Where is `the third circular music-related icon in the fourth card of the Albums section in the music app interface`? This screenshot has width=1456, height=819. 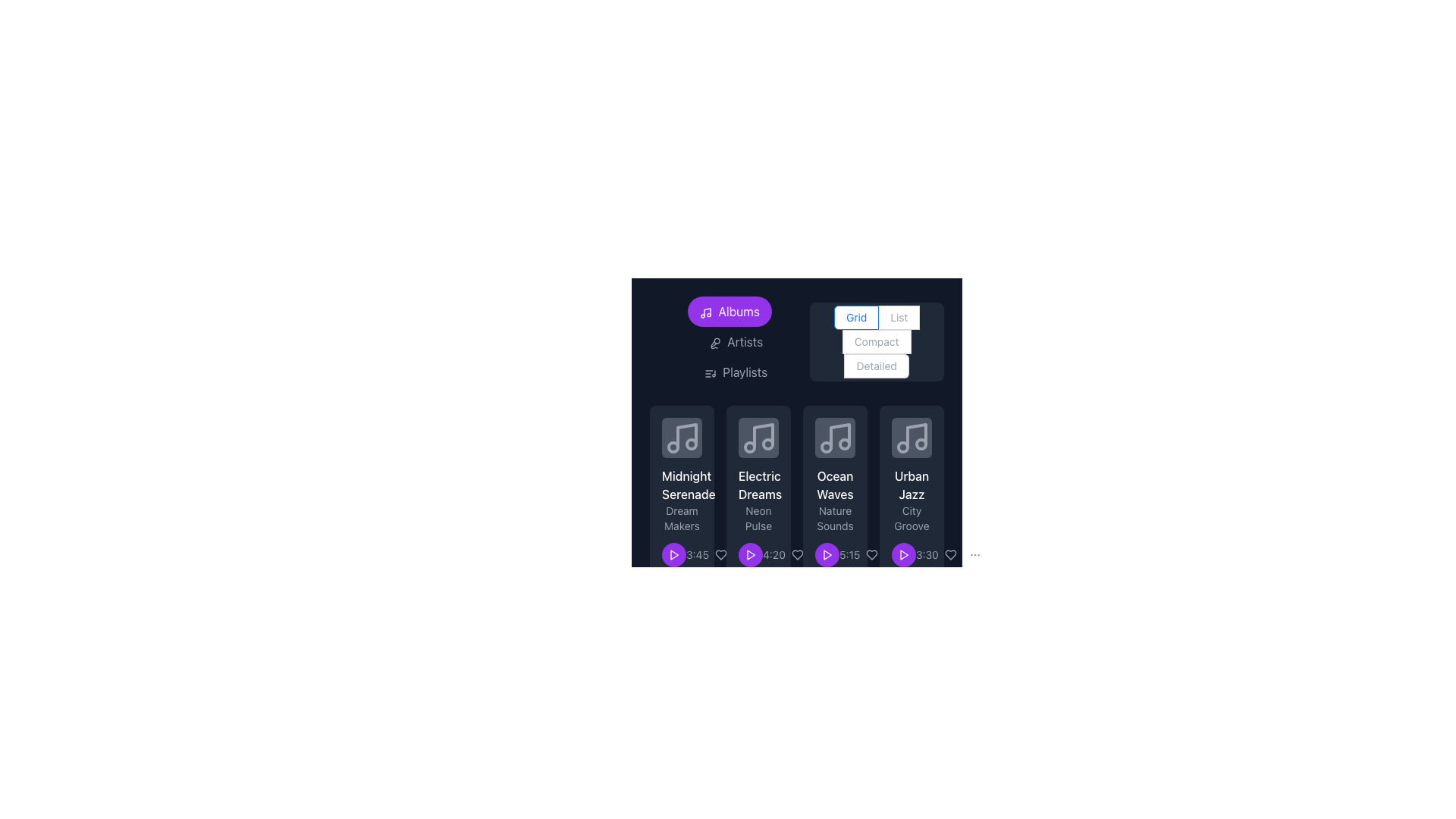
the third circular music-related icon in the fourth card of the Albums section in the music app interface is located at coordinates (920, 444).